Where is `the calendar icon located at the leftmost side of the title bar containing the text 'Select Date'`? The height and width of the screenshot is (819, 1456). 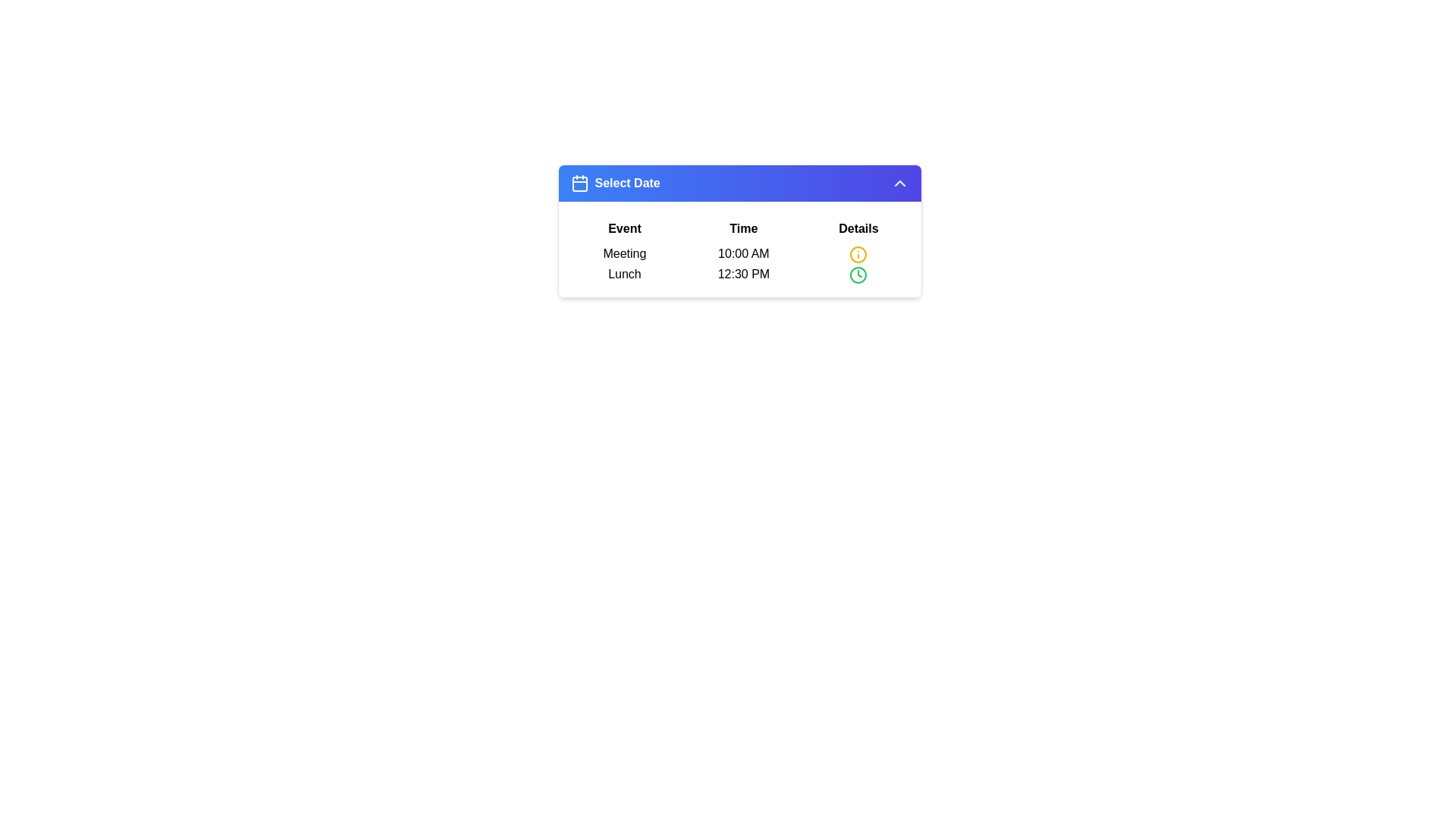 the calendar icon located at the leftmost side of the title bar containing the text 'Select Date' is located at coordinates (579, 183).